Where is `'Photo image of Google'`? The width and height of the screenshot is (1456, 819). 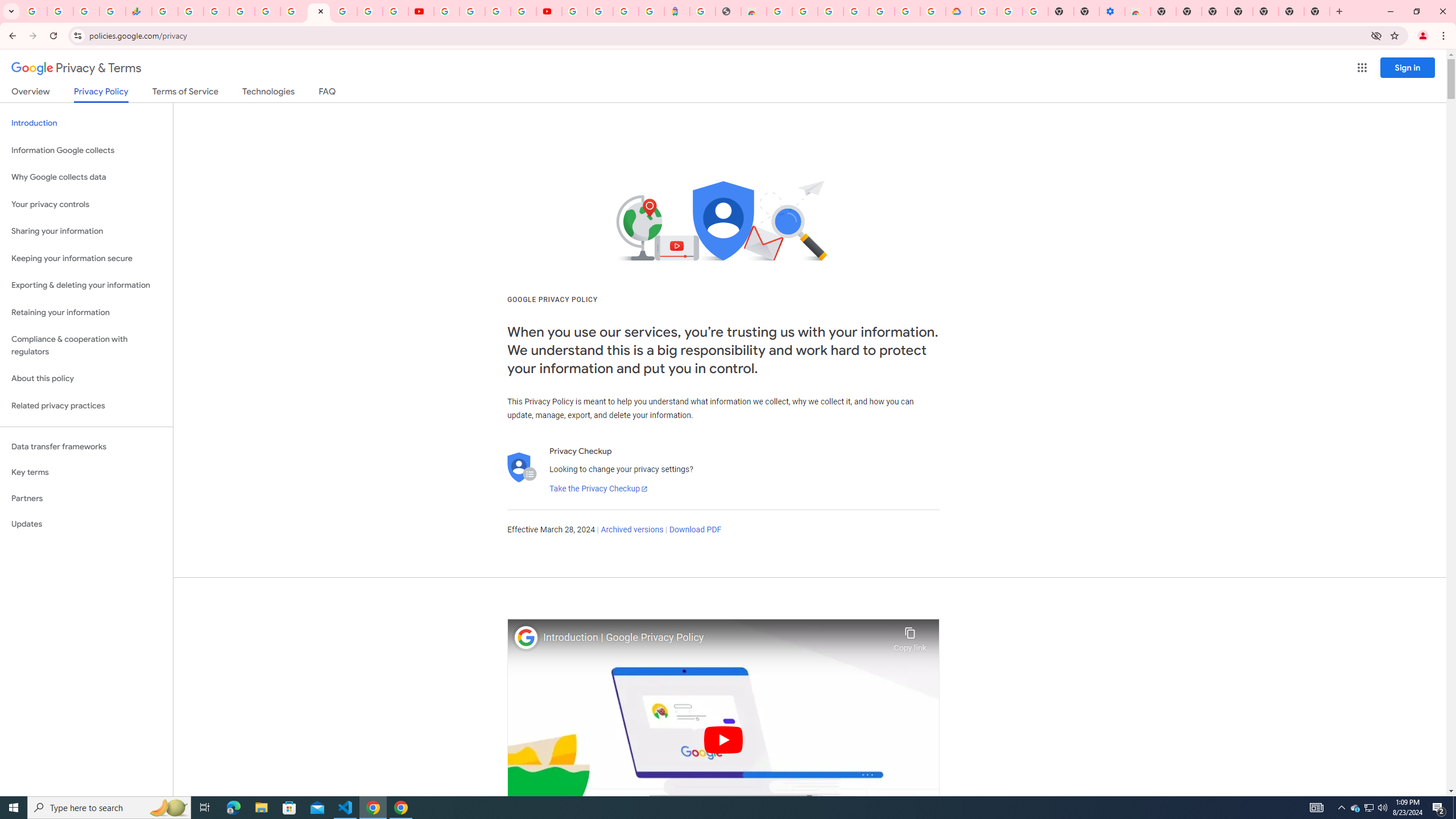
'Photo image of Google' is located at coordinates (526, 636).